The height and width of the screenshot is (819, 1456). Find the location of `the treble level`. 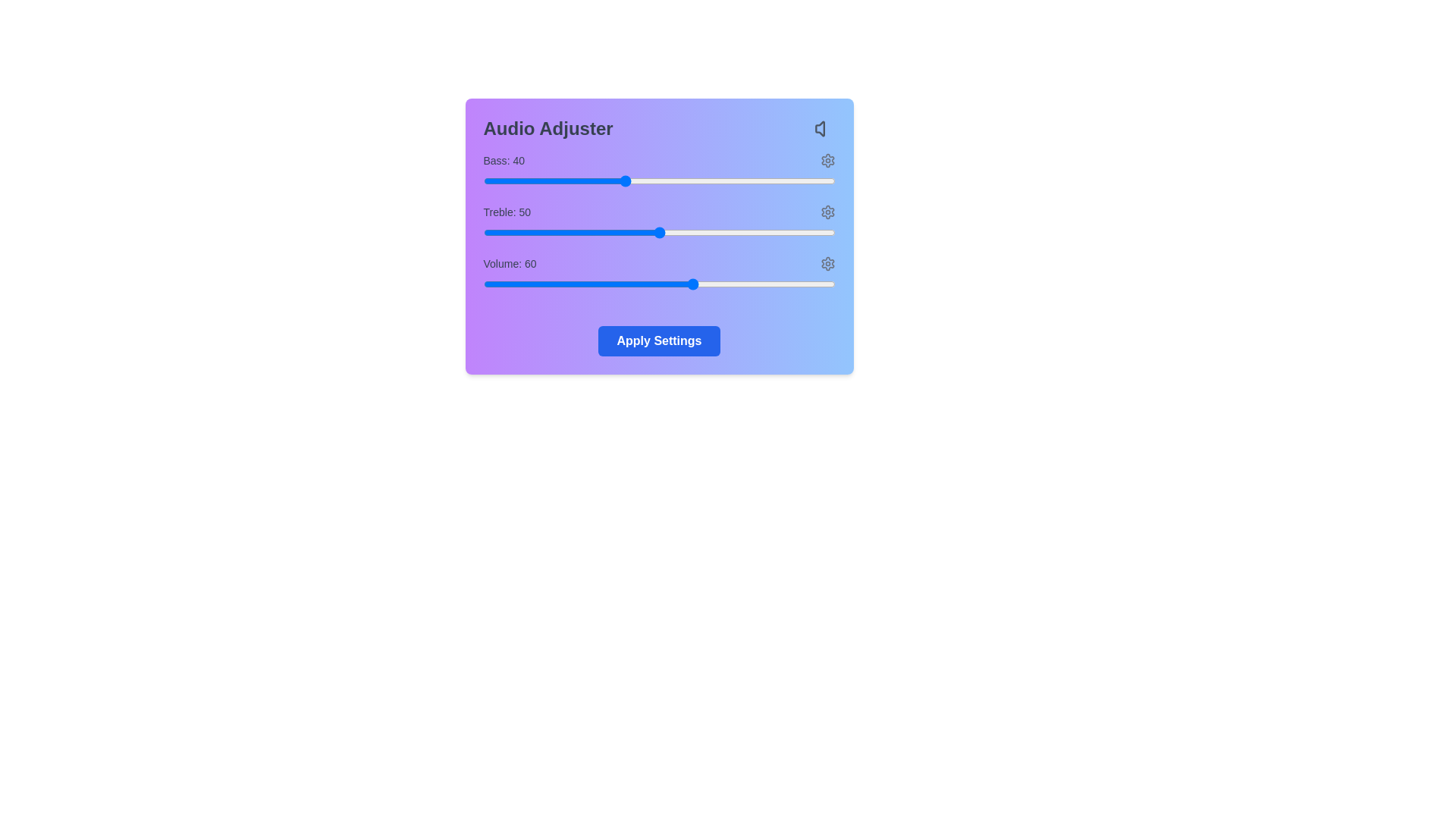

the treble level is located at coordinates (549, 233).